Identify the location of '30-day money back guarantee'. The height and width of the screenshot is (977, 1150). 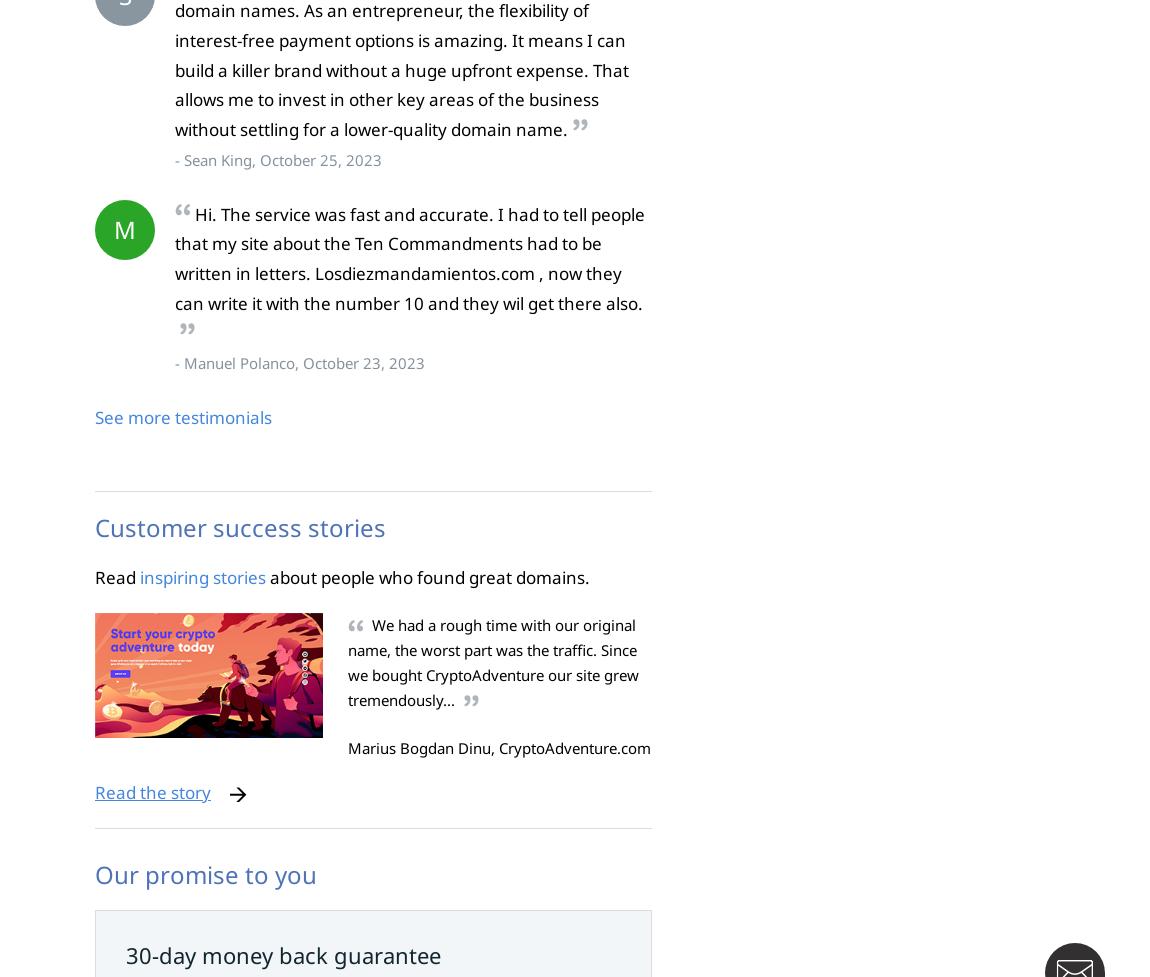
(282, 953).